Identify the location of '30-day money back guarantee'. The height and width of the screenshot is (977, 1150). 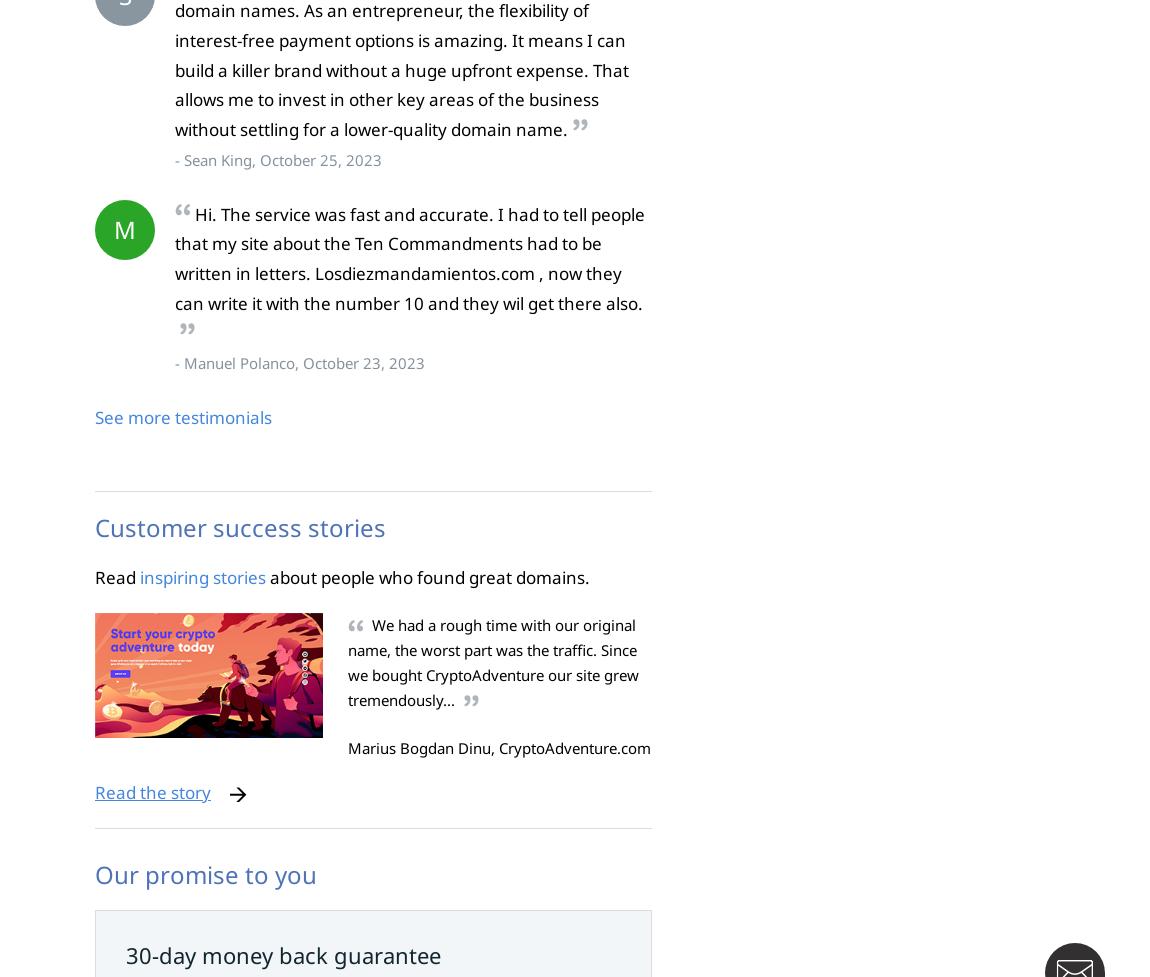
(282, 953).